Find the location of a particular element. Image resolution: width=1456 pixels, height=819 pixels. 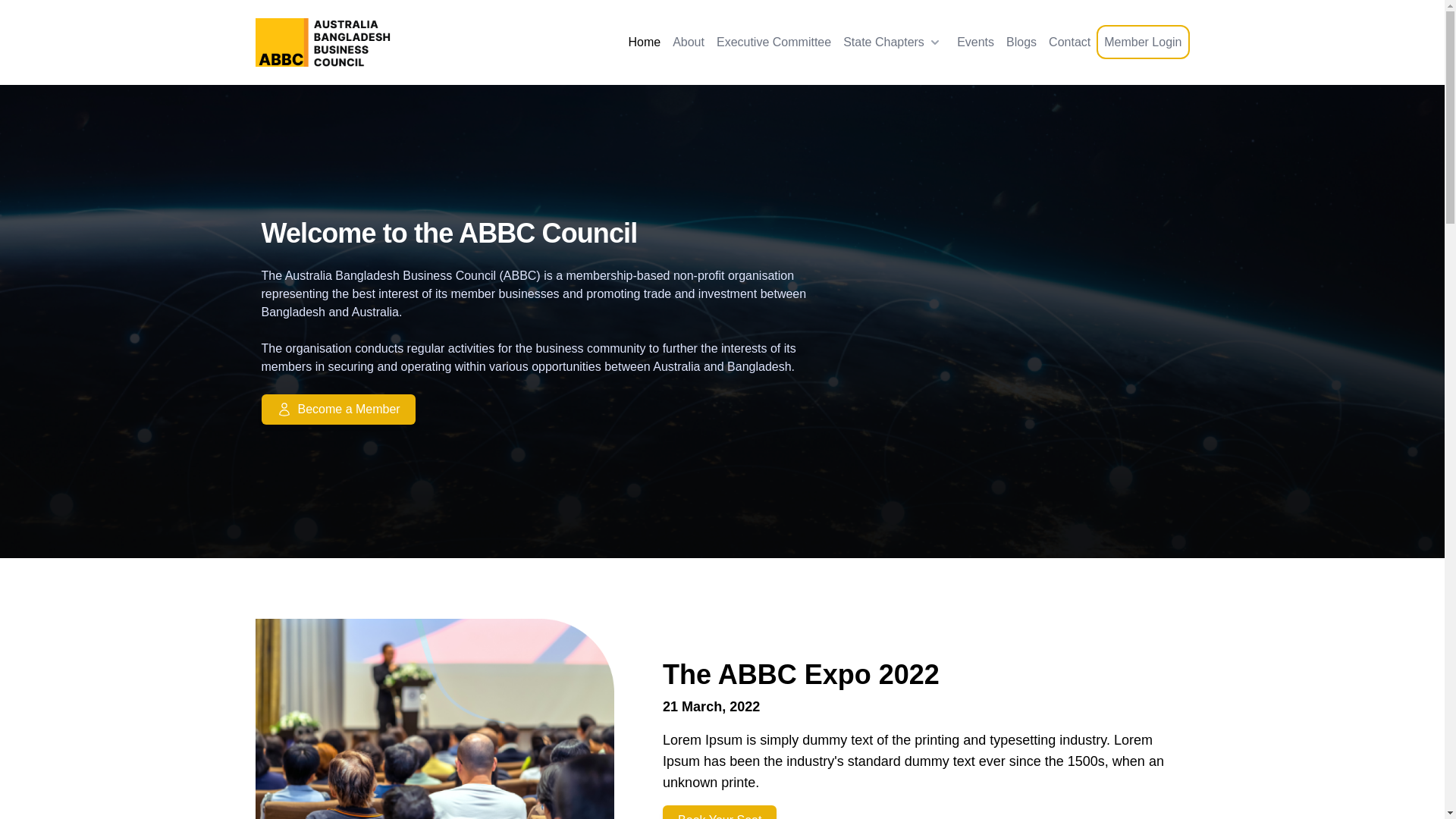

'Contact' is located at coordinates (1068, 42).